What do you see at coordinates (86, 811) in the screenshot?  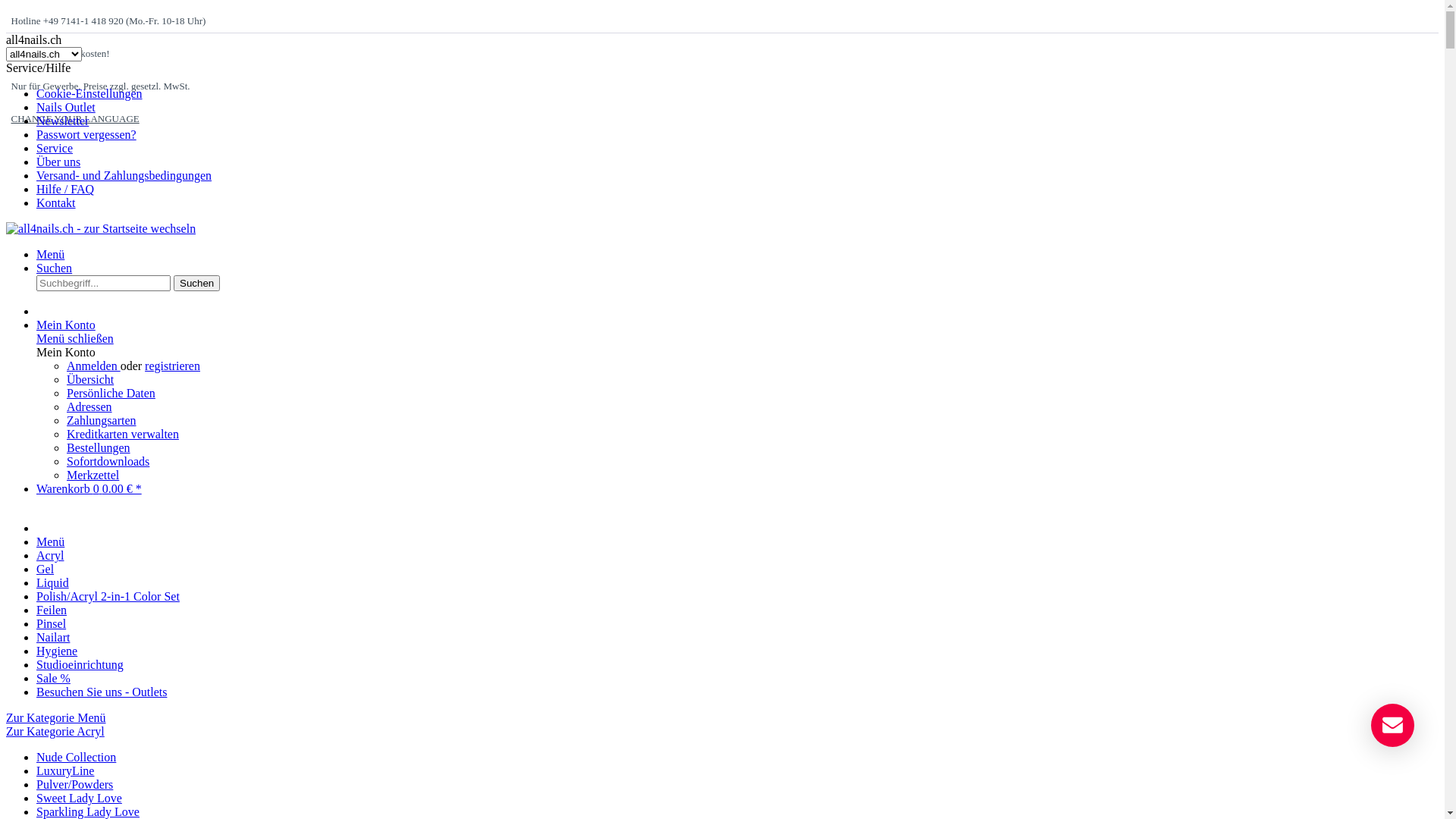 I see `'Sparkling Lady Love'` at bounding box center [86, 811].